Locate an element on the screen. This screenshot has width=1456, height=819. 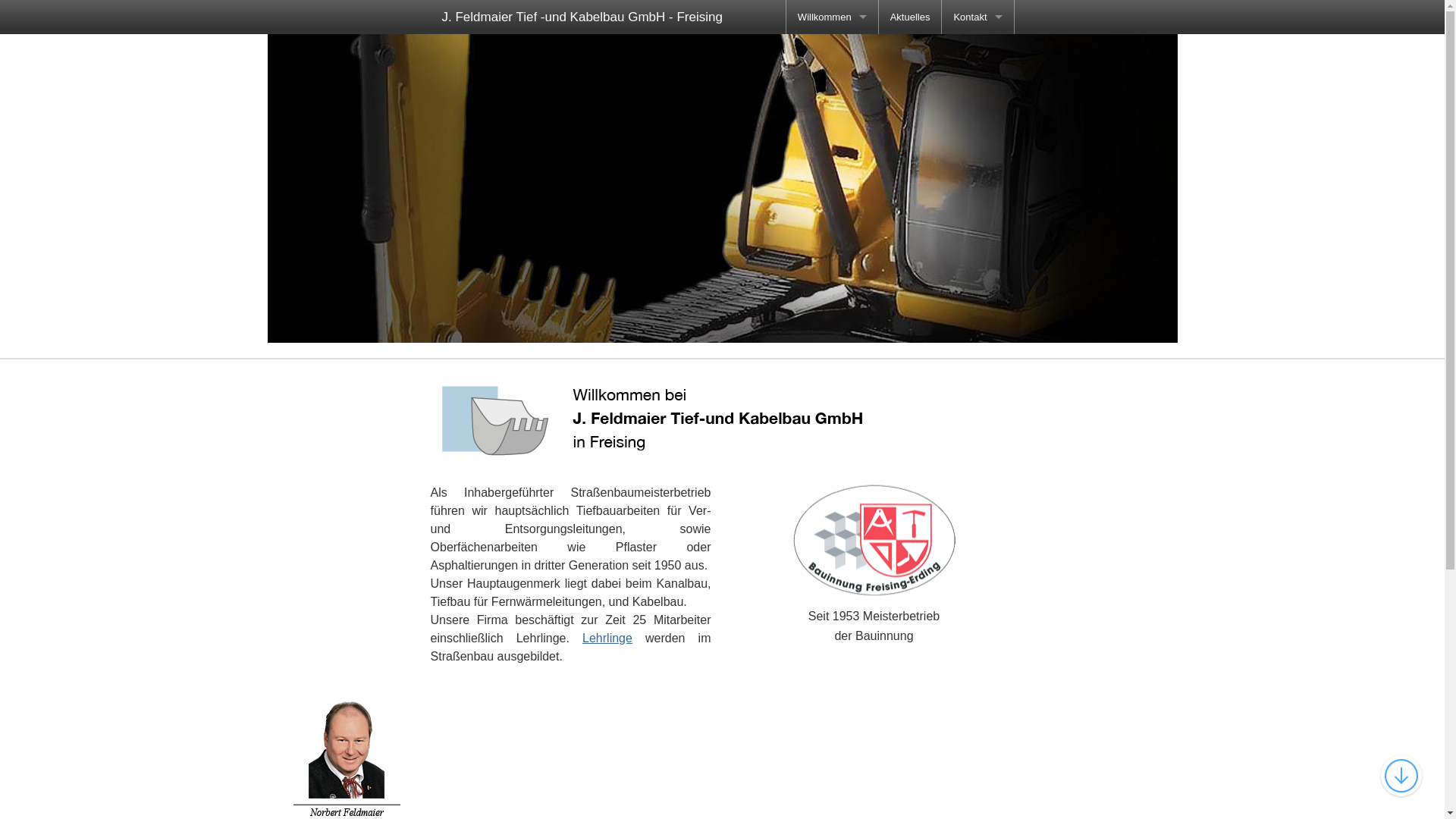
'Chronik' is located at coordinates (786, 50).